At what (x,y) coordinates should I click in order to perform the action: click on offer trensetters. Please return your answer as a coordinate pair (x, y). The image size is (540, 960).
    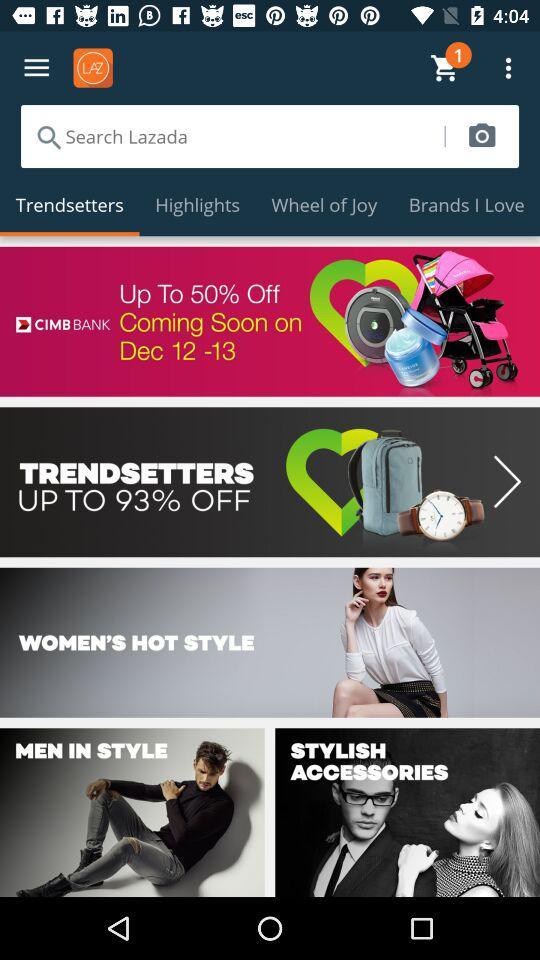
    Looking at the image, I should click on (270, 481).